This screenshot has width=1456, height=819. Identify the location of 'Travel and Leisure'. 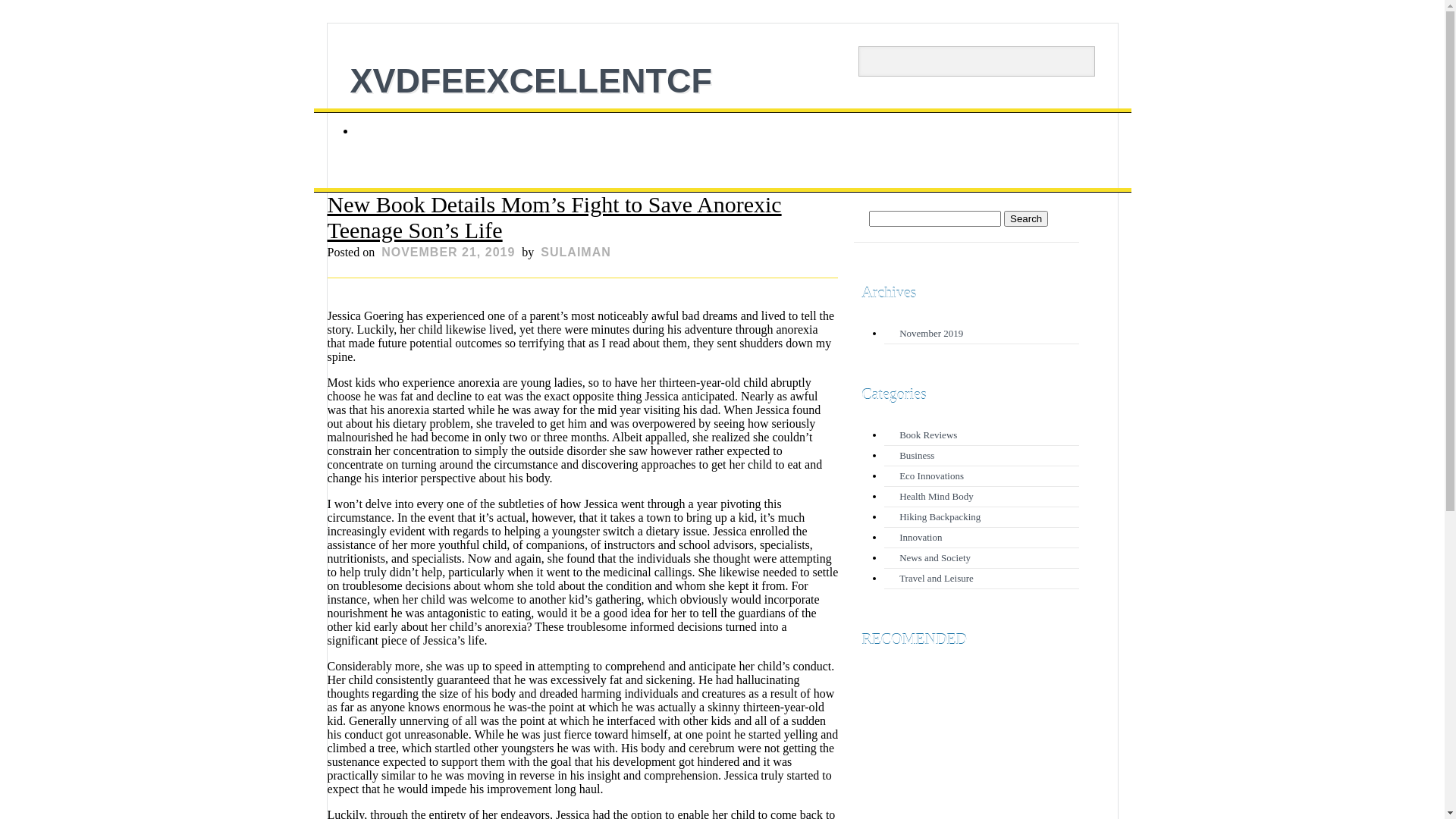
(899, 578).